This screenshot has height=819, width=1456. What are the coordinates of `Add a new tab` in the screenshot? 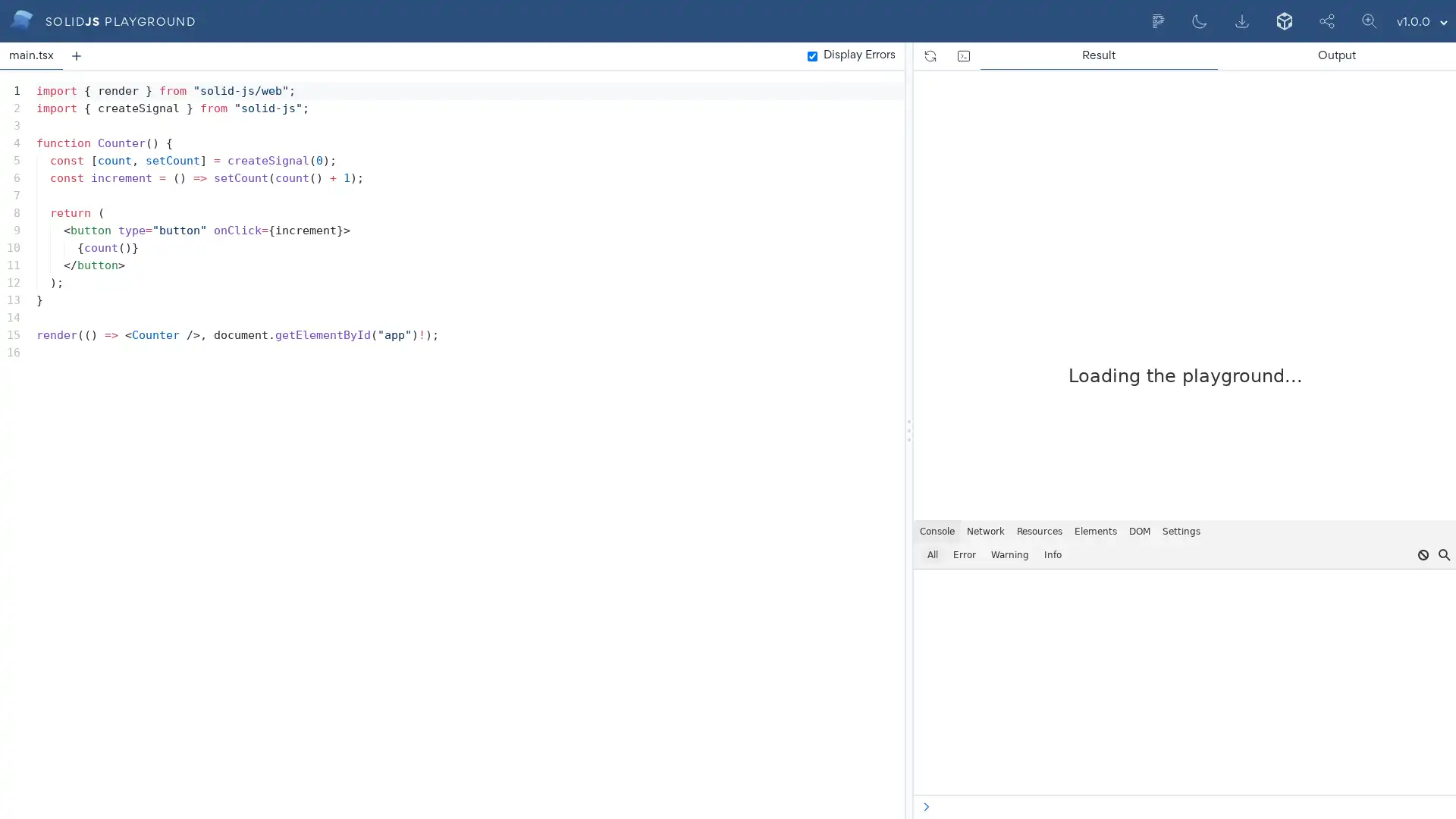 It's located at (75, 55).